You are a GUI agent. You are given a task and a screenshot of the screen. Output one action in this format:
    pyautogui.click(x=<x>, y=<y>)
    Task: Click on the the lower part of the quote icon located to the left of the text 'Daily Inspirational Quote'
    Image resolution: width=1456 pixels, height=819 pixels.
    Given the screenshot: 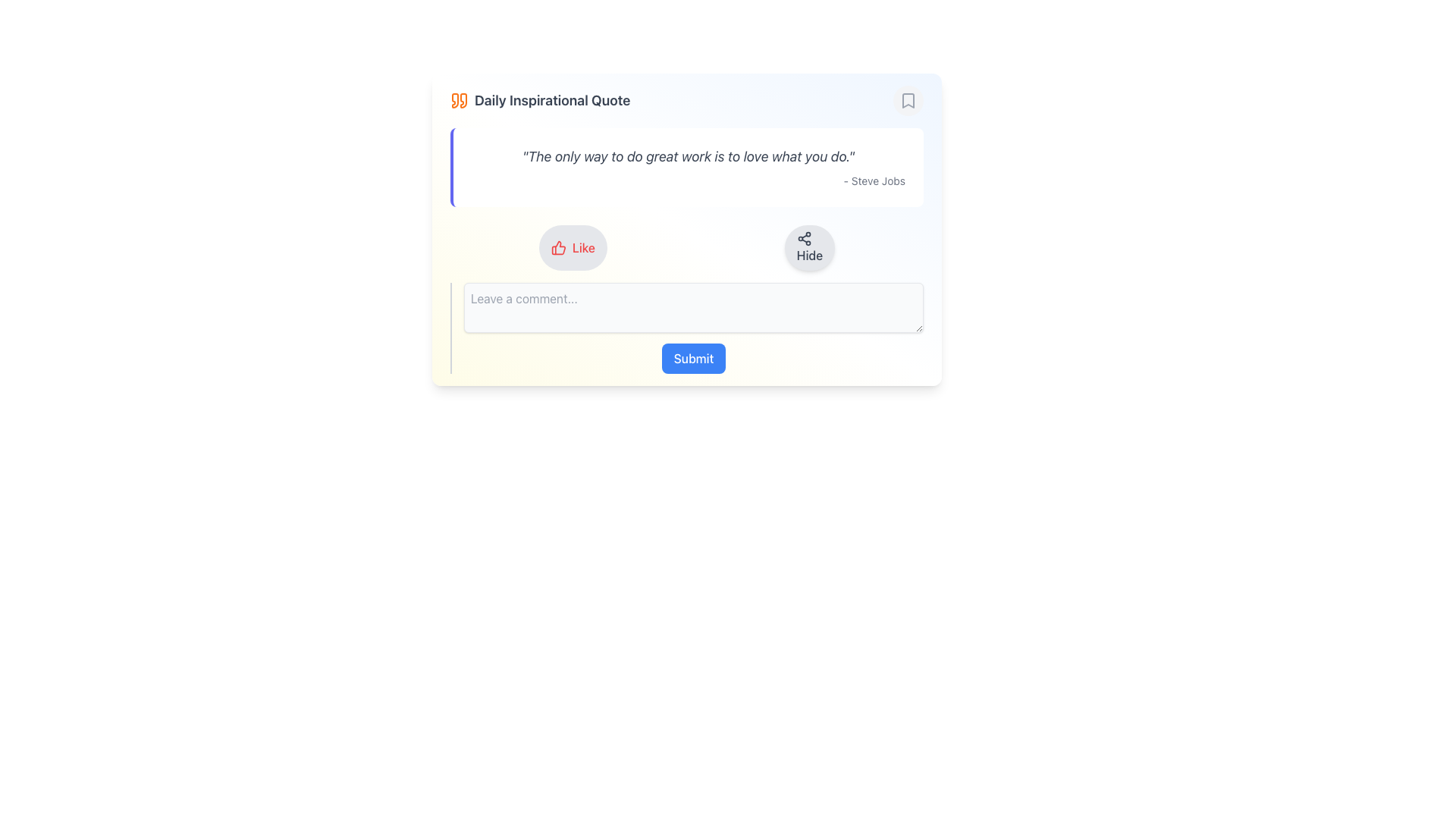 What is the action you would take?
    pyautogui.click(x=454, y=100)
    